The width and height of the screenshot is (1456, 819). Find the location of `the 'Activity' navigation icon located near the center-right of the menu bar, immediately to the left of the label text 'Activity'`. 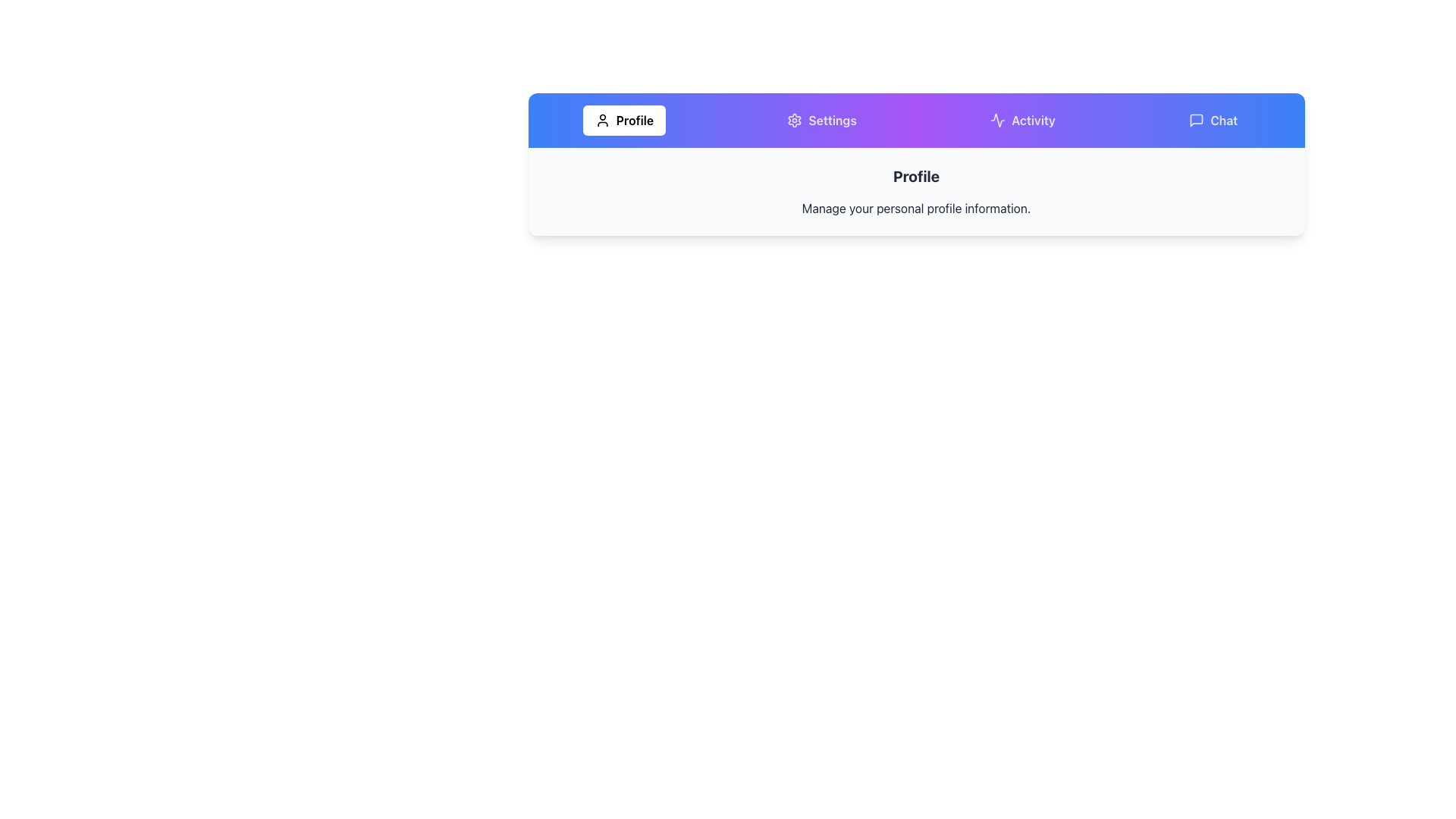

the 'Activity' navigation icon located near the center-right of the menu bar, immediately to the left of the label text 'Activity' is located at coordinates (998, 119).